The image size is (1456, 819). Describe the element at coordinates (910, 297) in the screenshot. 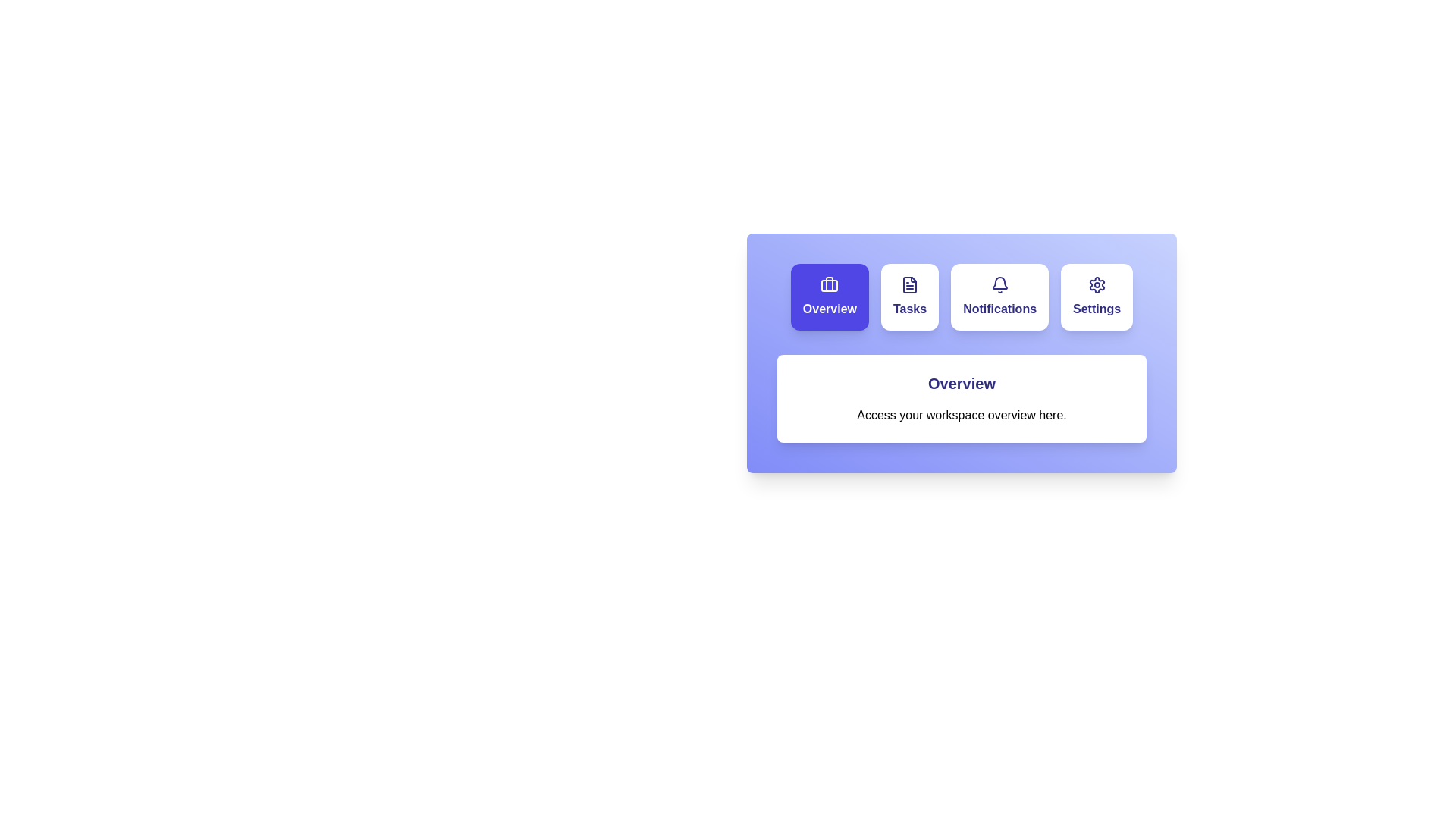

I see `the Tasks tab by clicking on it` at that location.